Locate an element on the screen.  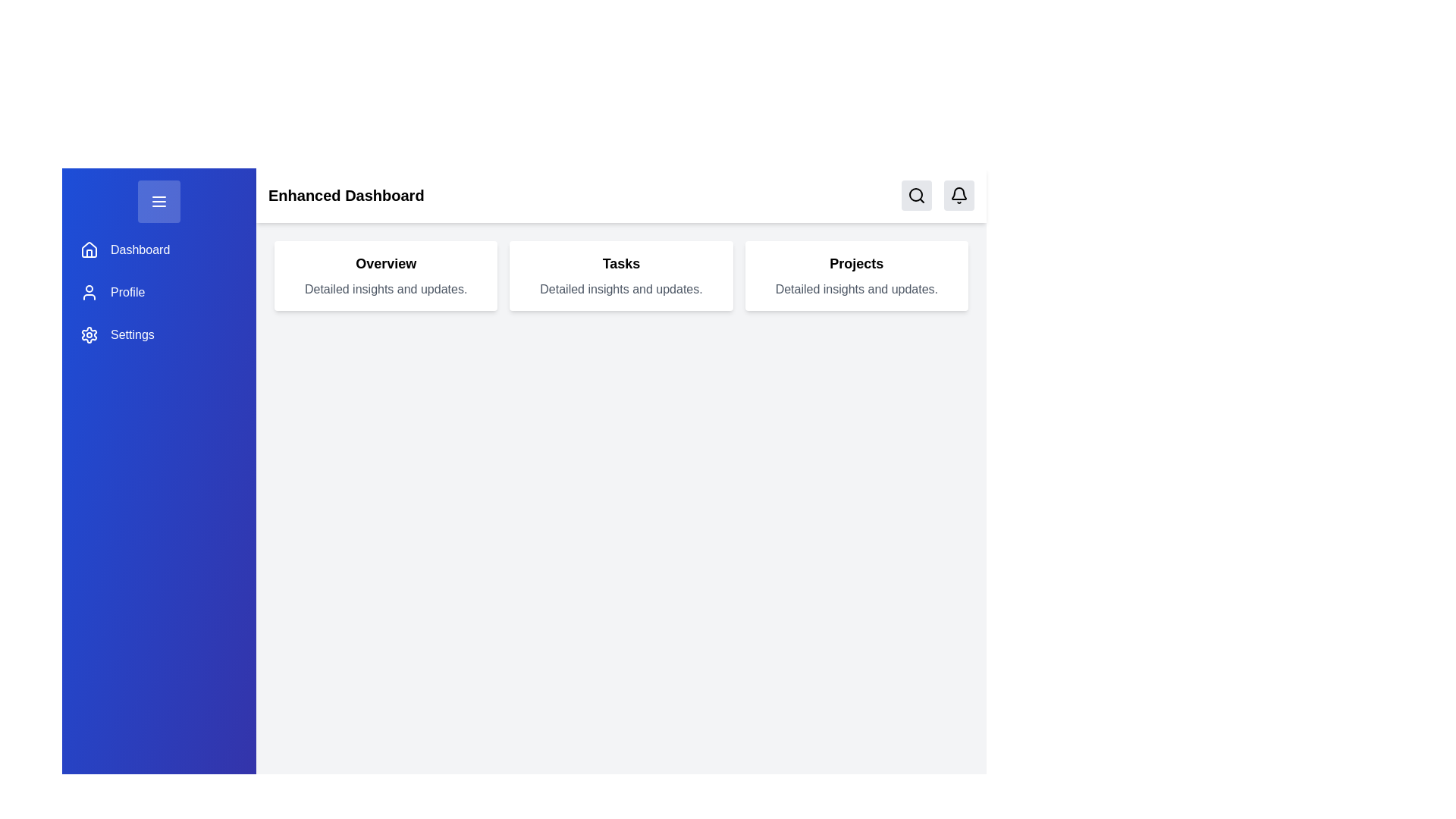
the third informational card titled 'Projects' in the grid, which provides insights and updates related to projects is located at coordinates (856, 275).